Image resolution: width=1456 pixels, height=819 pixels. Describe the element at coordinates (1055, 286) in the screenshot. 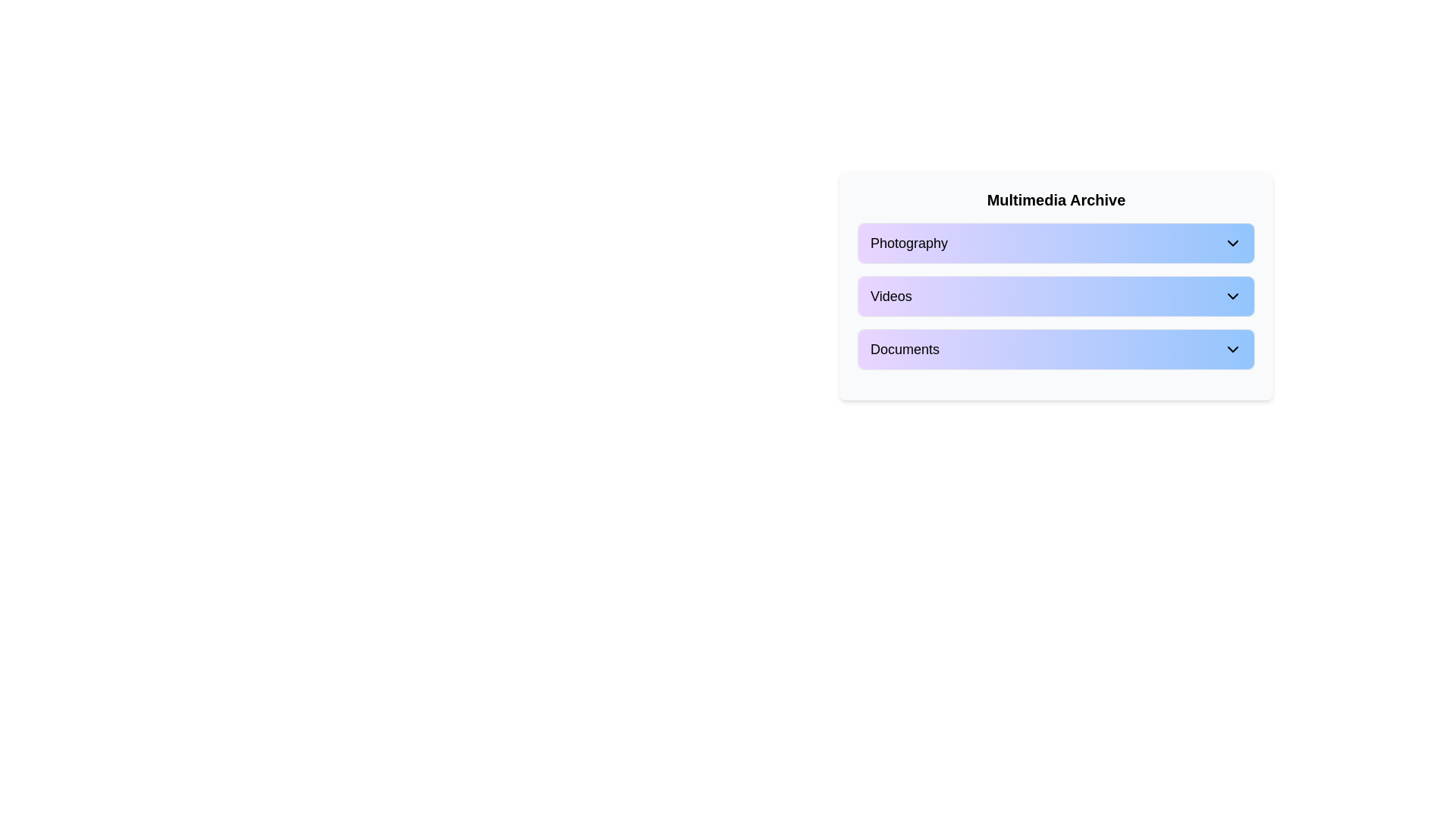

I see `the Interactive Button or Toggle for 'Videos' located in the Multimedia Archive section` at that location.